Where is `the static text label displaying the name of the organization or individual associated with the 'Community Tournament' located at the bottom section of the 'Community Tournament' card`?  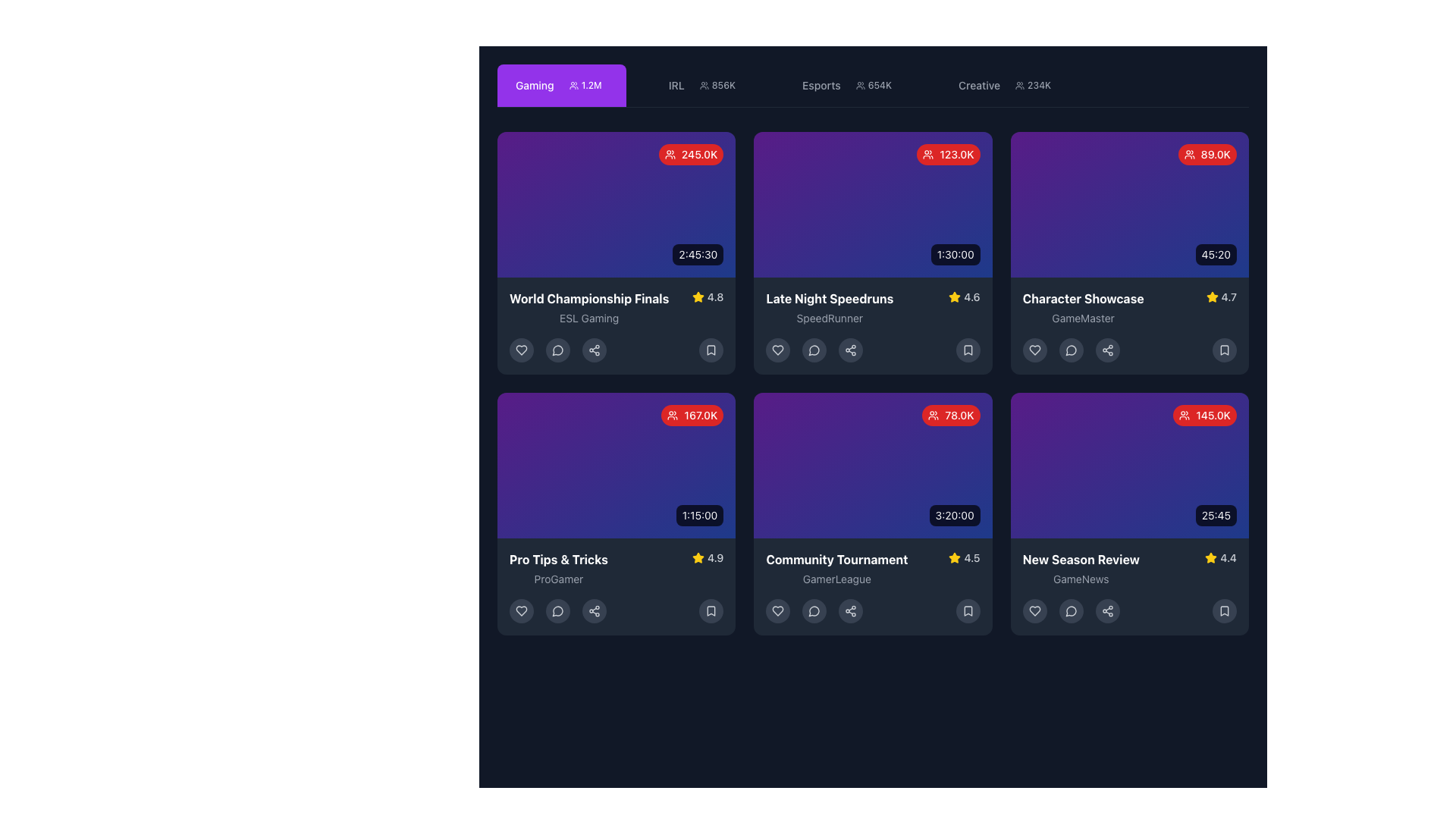
the static text label displaying the name of the organization or individual associated with the 'Community Tournament' located at the bottom section of the 'Community Tournament' card is located at coordinates (836, 579).